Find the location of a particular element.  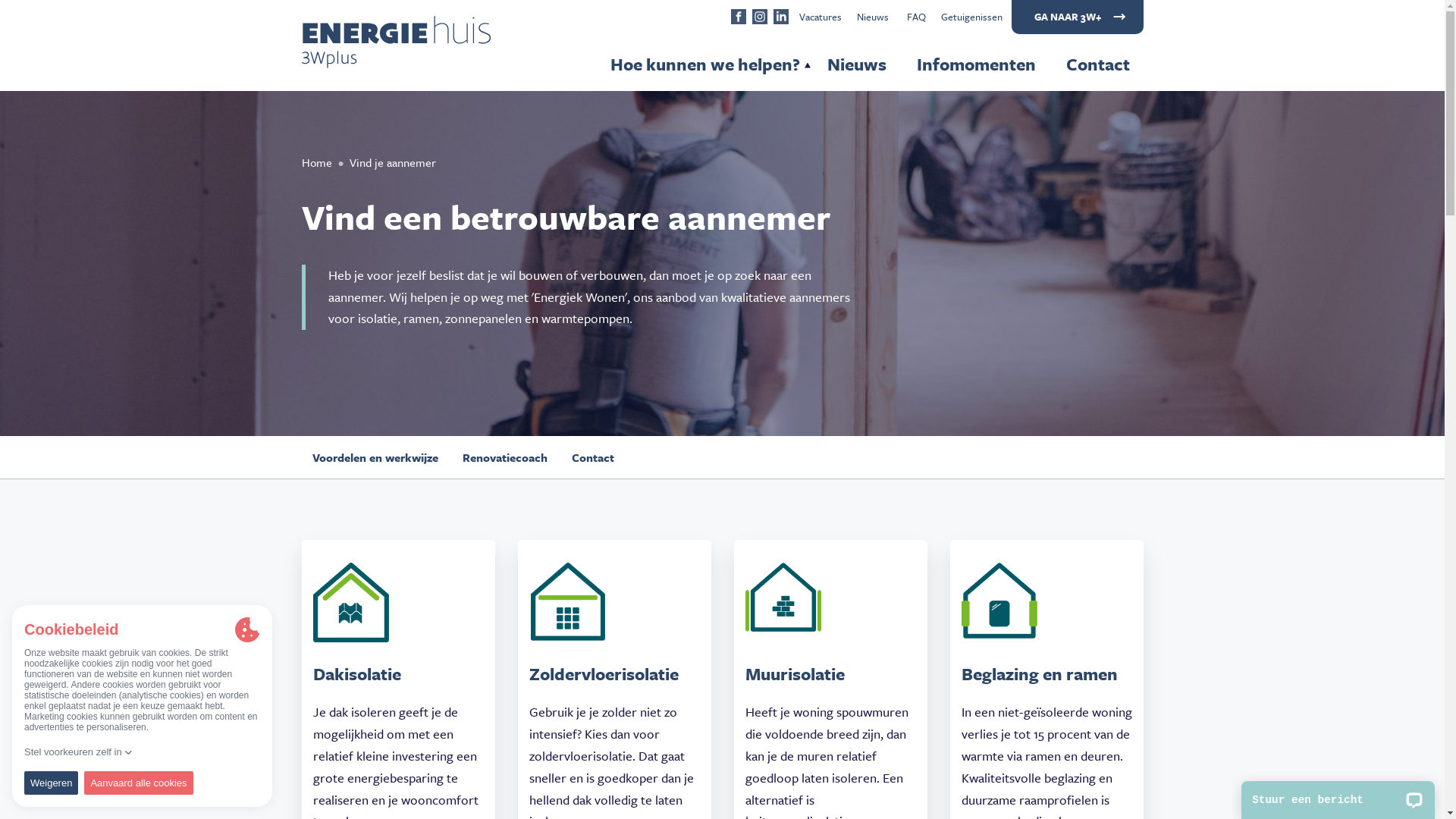

'Getuigenissen' is located at coordinates (971, 17).